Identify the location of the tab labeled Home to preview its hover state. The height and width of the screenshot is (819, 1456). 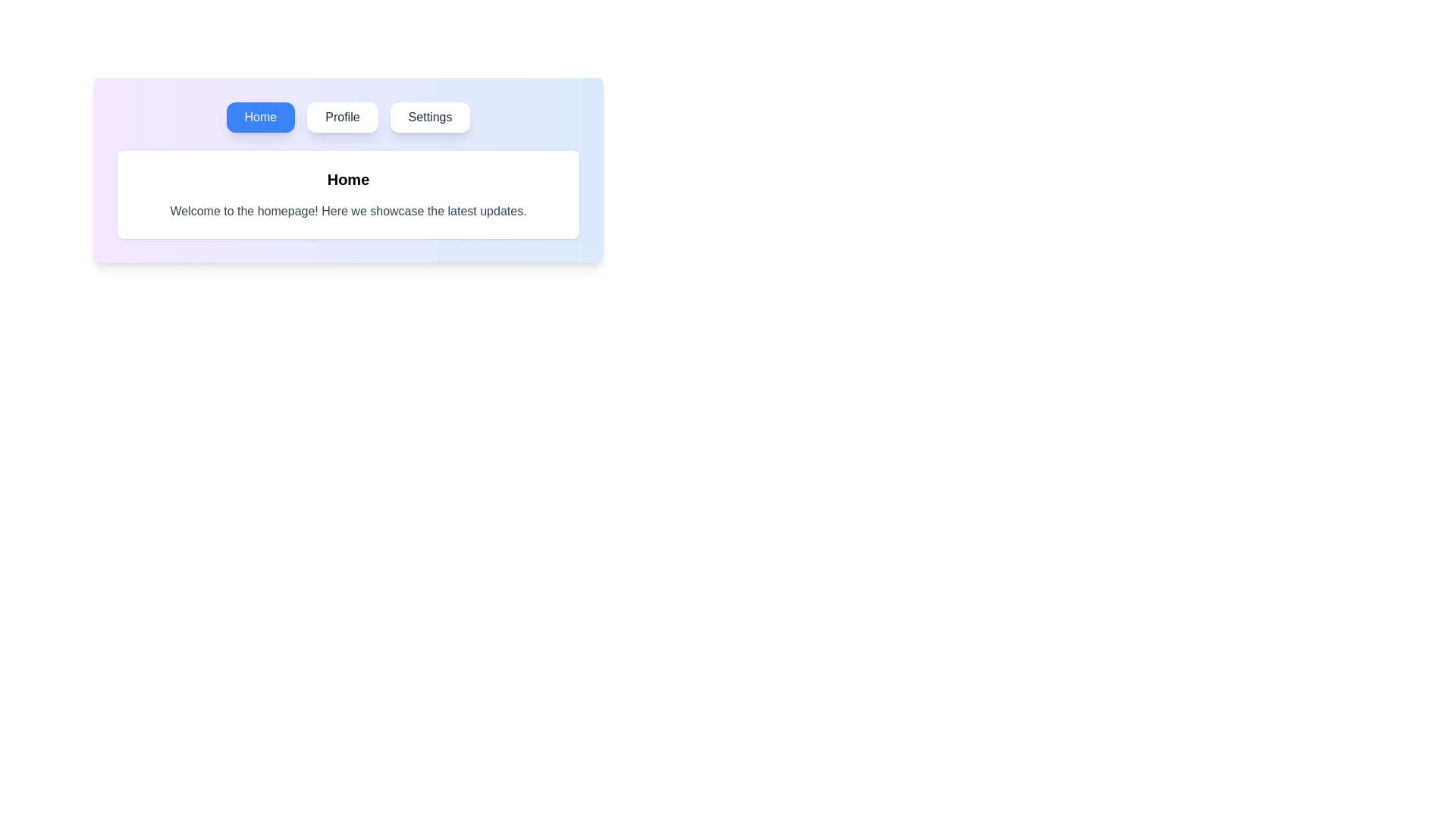
(260, 116).